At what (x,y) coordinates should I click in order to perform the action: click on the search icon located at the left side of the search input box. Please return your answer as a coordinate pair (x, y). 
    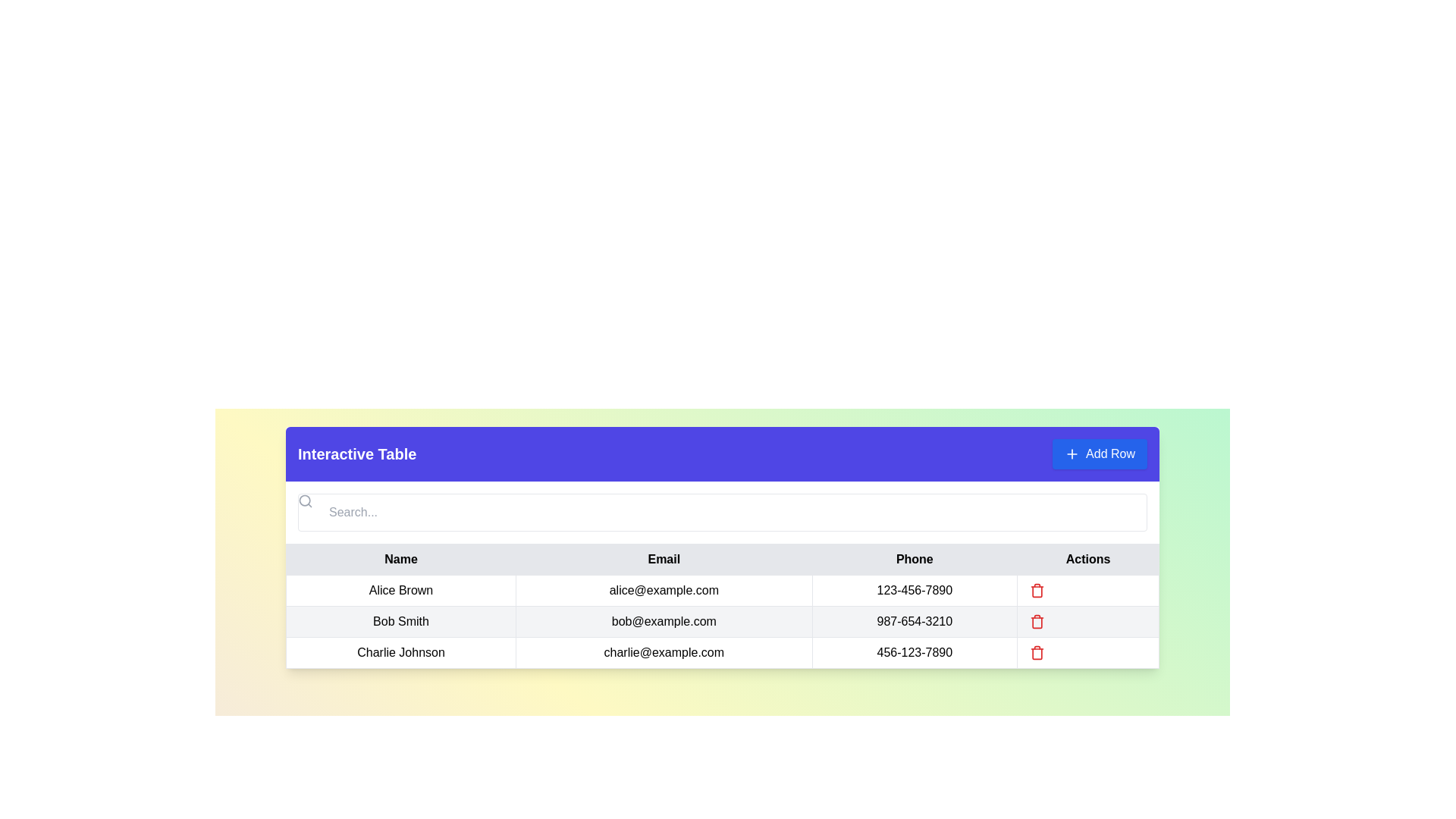
    Looking at the image, I should click on (305, 500).